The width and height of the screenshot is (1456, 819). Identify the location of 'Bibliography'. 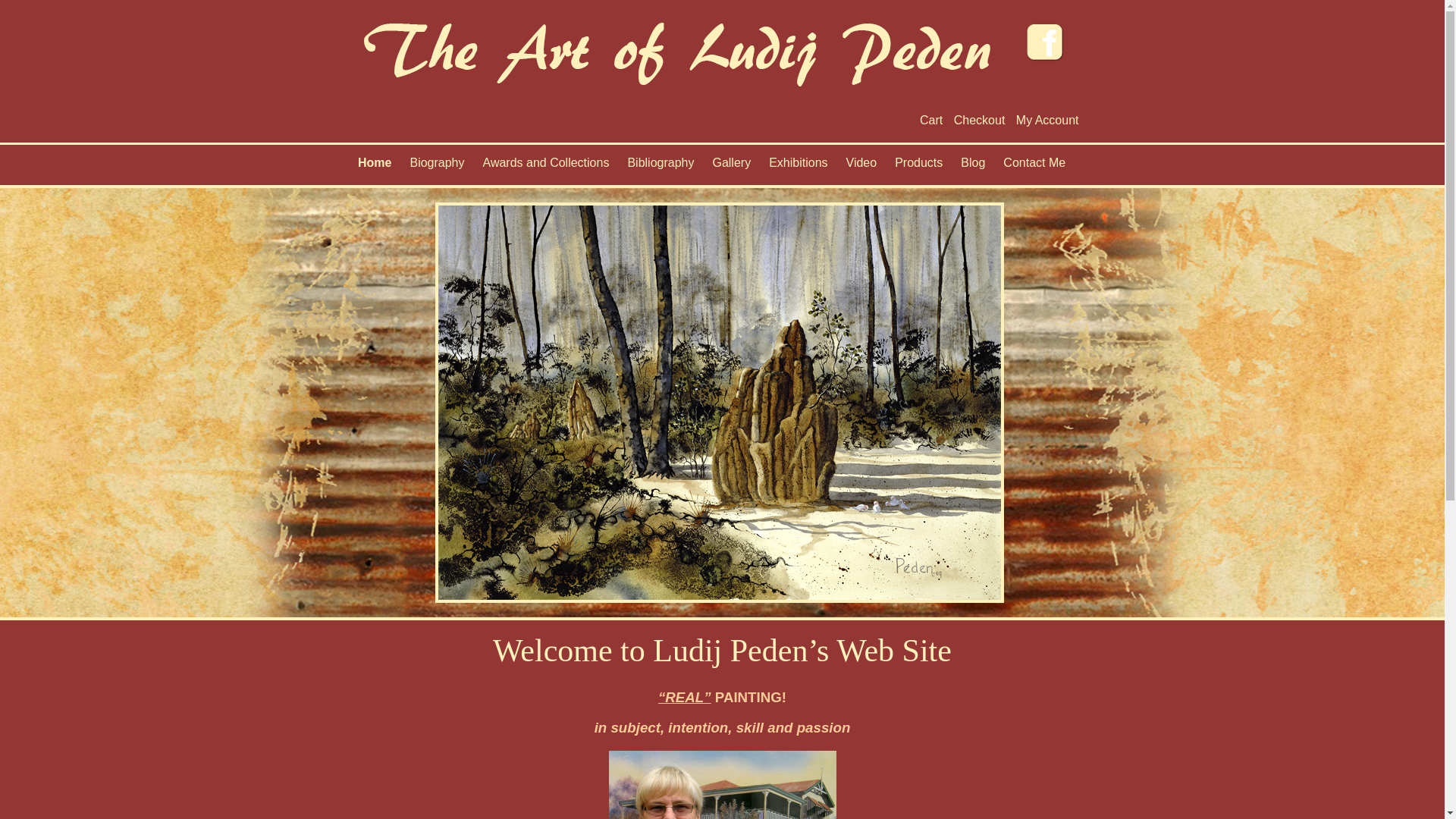
(619, 166).